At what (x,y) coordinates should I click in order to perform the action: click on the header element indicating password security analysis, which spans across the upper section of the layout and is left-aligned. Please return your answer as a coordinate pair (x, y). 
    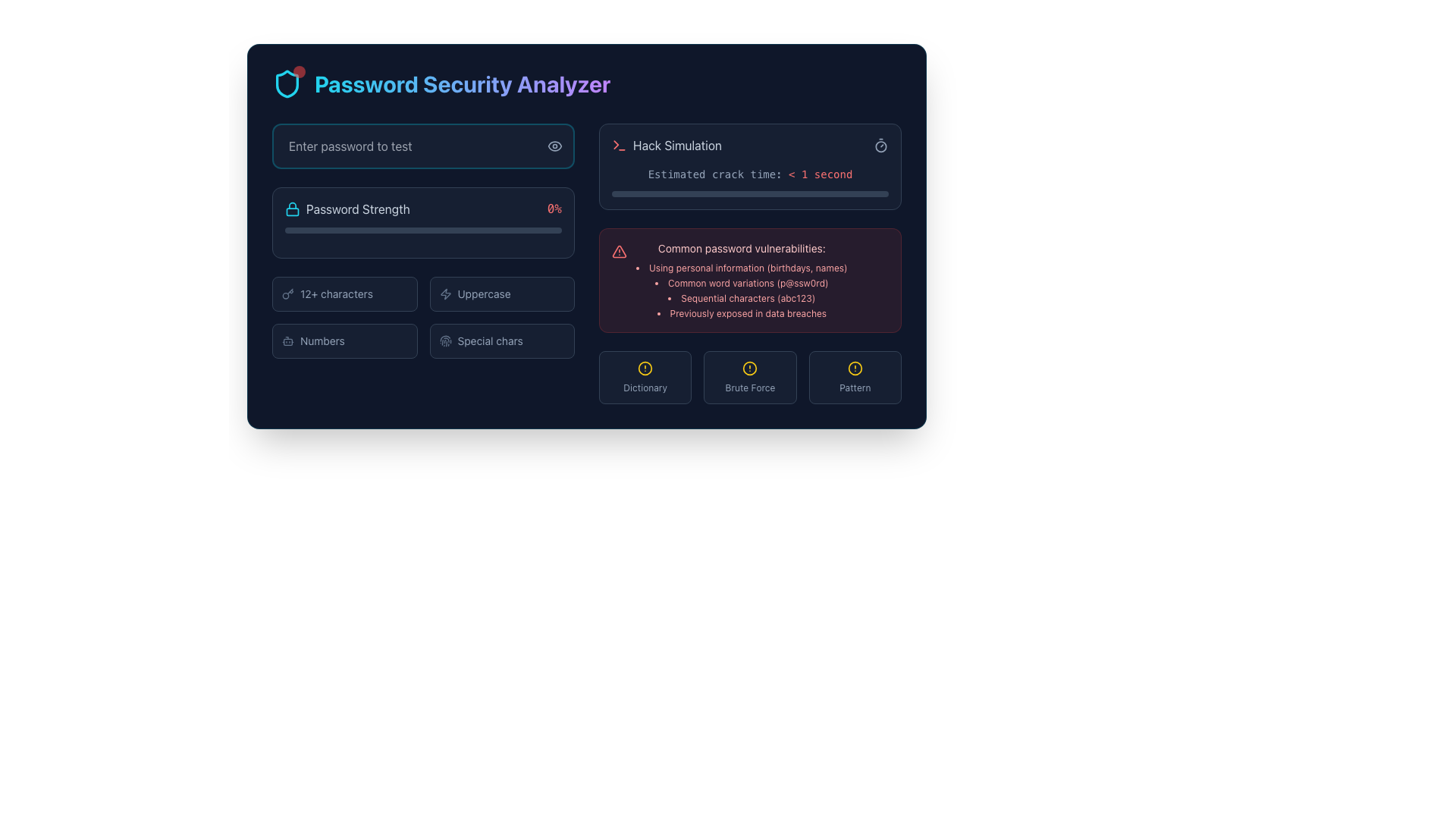
    Looking at the image, I should click on (441, 84).